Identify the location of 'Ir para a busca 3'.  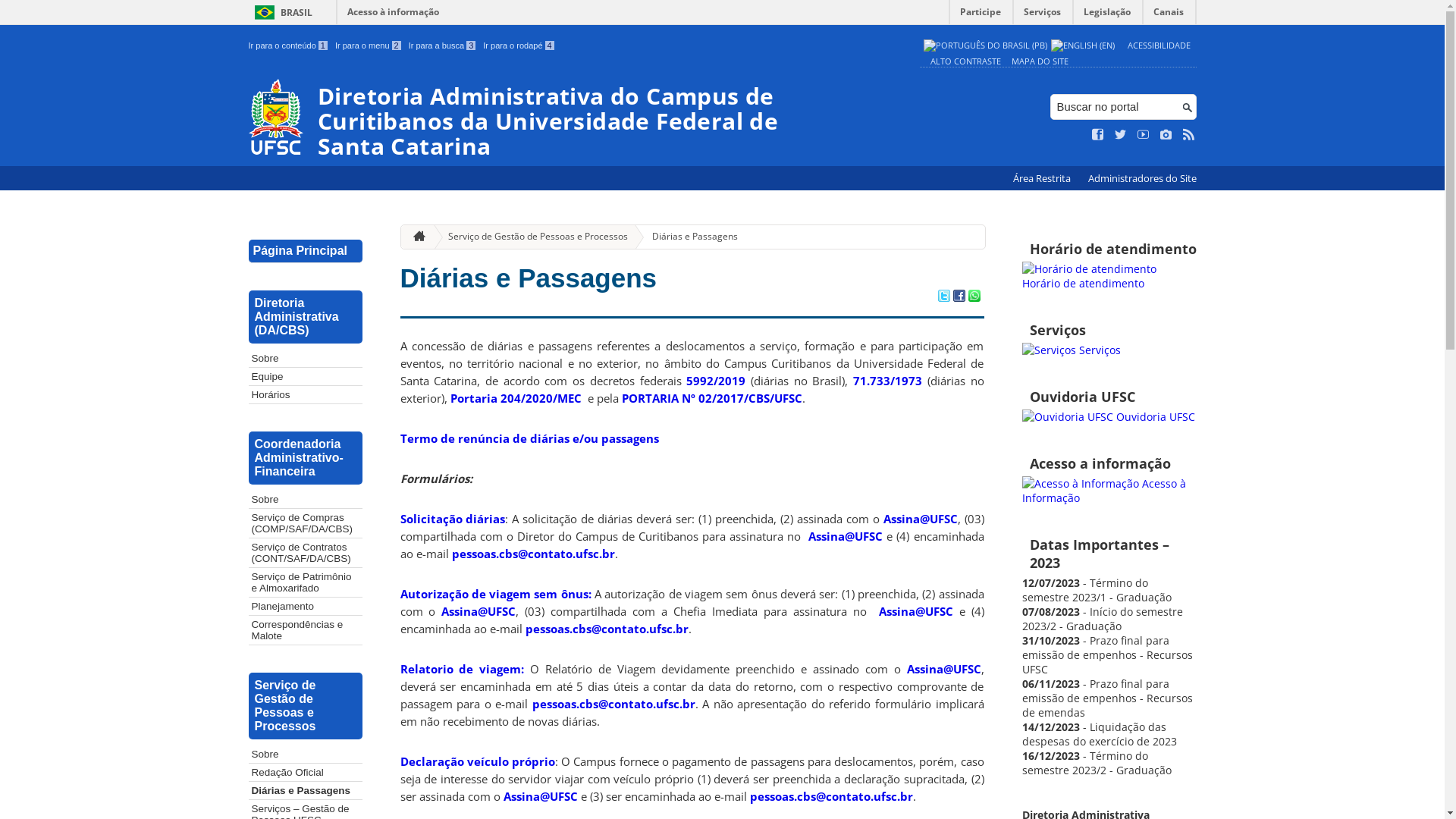
(441, 45).